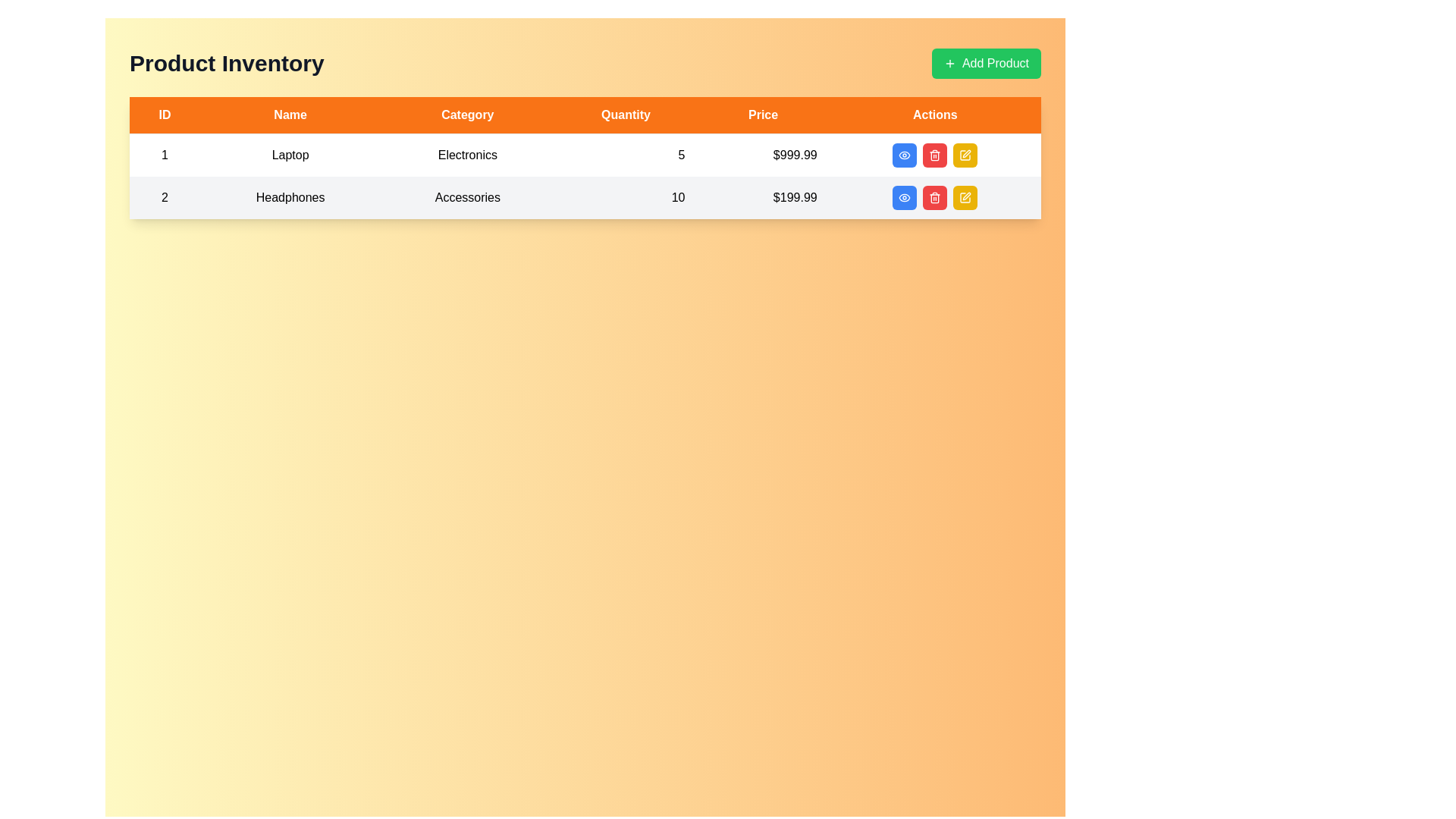 This screenshot has height=819, width=1456. What do you see at coordinates (965, 155) in the screenshot?
I see `the 'edit' button located in the 'Actions' column of the second row in the product inventory table` at bounding box center [965, 155].